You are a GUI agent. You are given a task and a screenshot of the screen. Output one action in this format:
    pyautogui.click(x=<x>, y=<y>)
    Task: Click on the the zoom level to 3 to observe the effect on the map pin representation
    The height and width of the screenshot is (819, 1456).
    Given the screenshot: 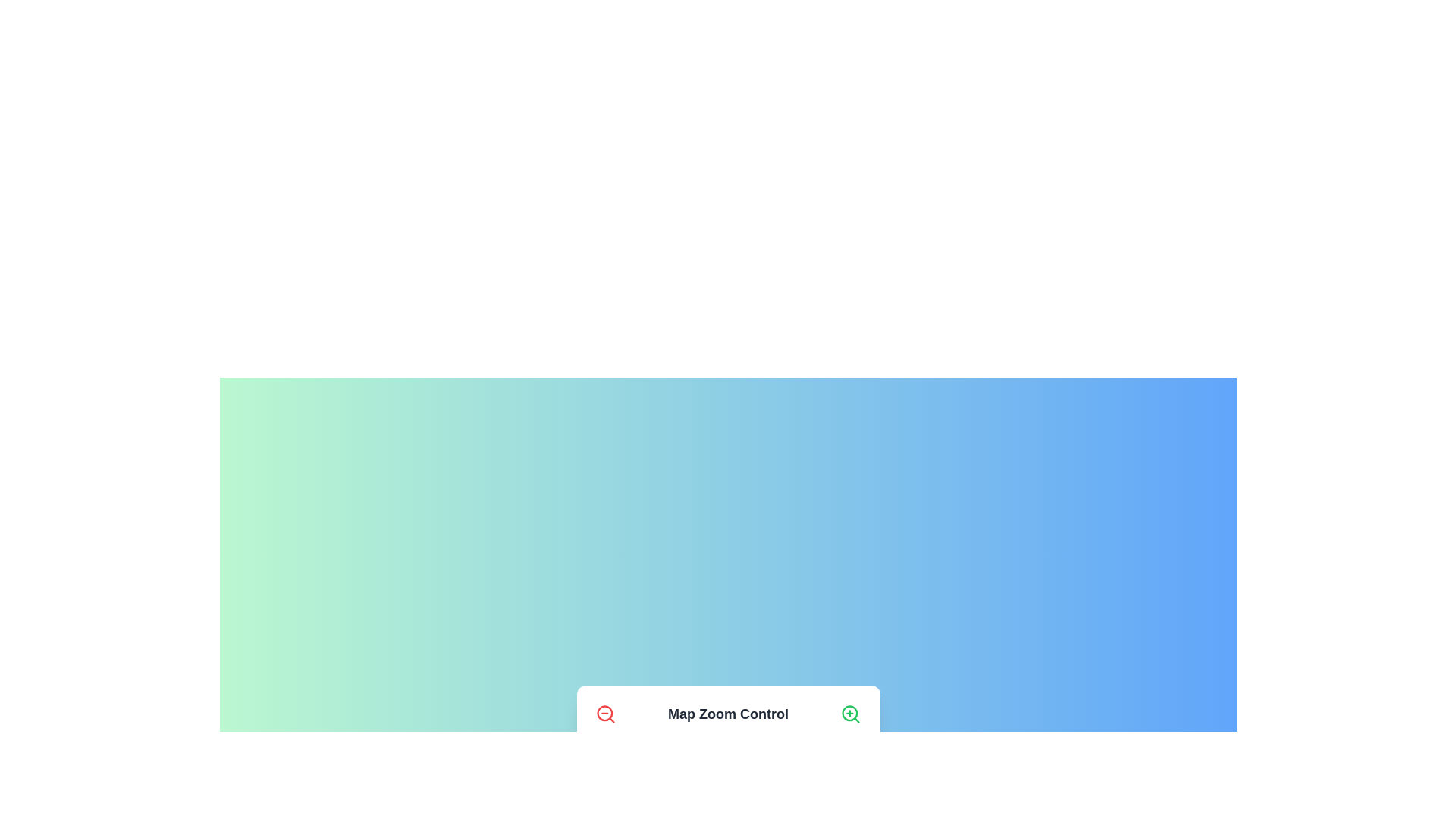 What is the action you would take?
    pyautogui.click(x=654, y=761)
    